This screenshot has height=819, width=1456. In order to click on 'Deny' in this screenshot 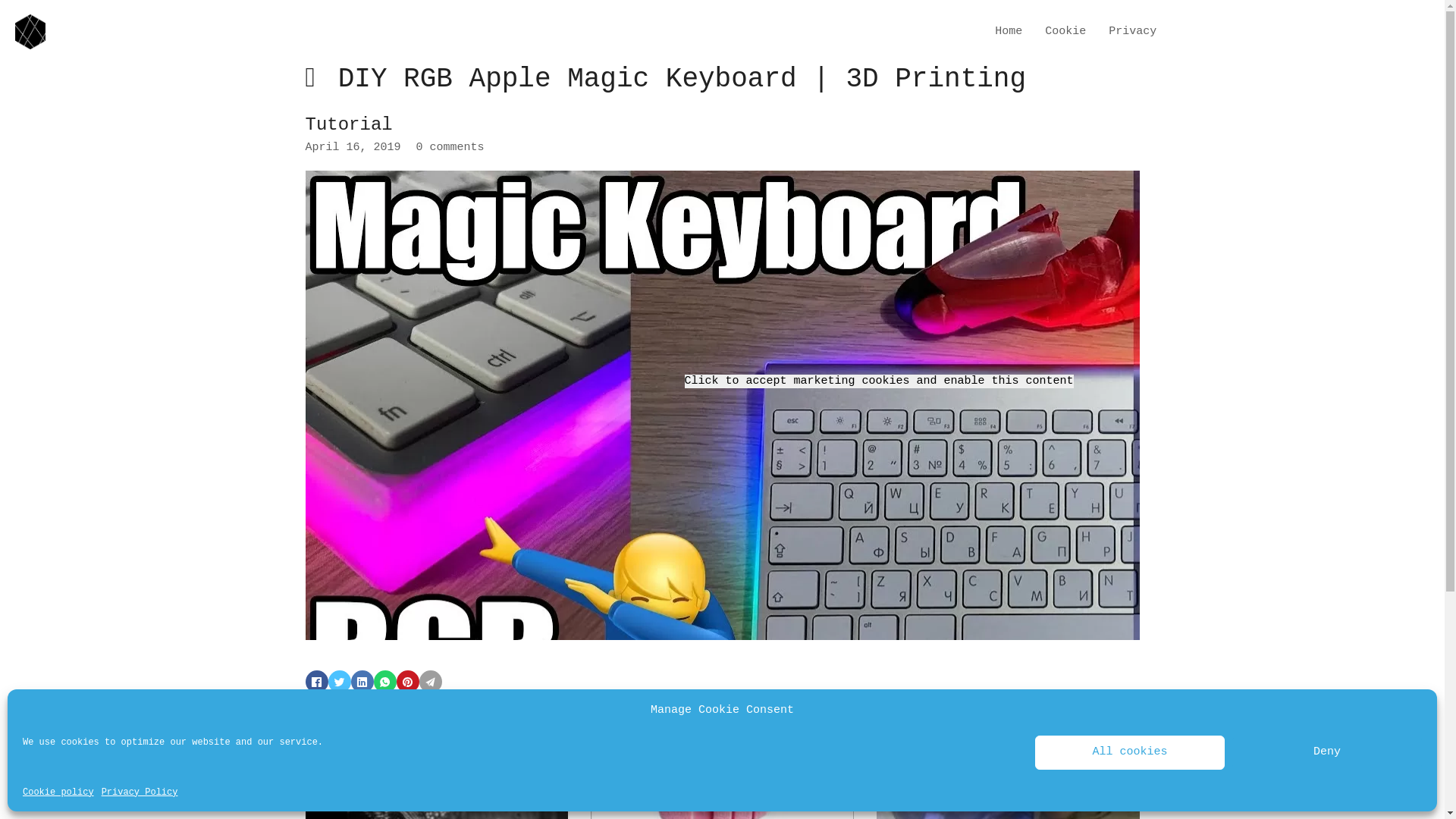, I will do `click(1326, 752)`.